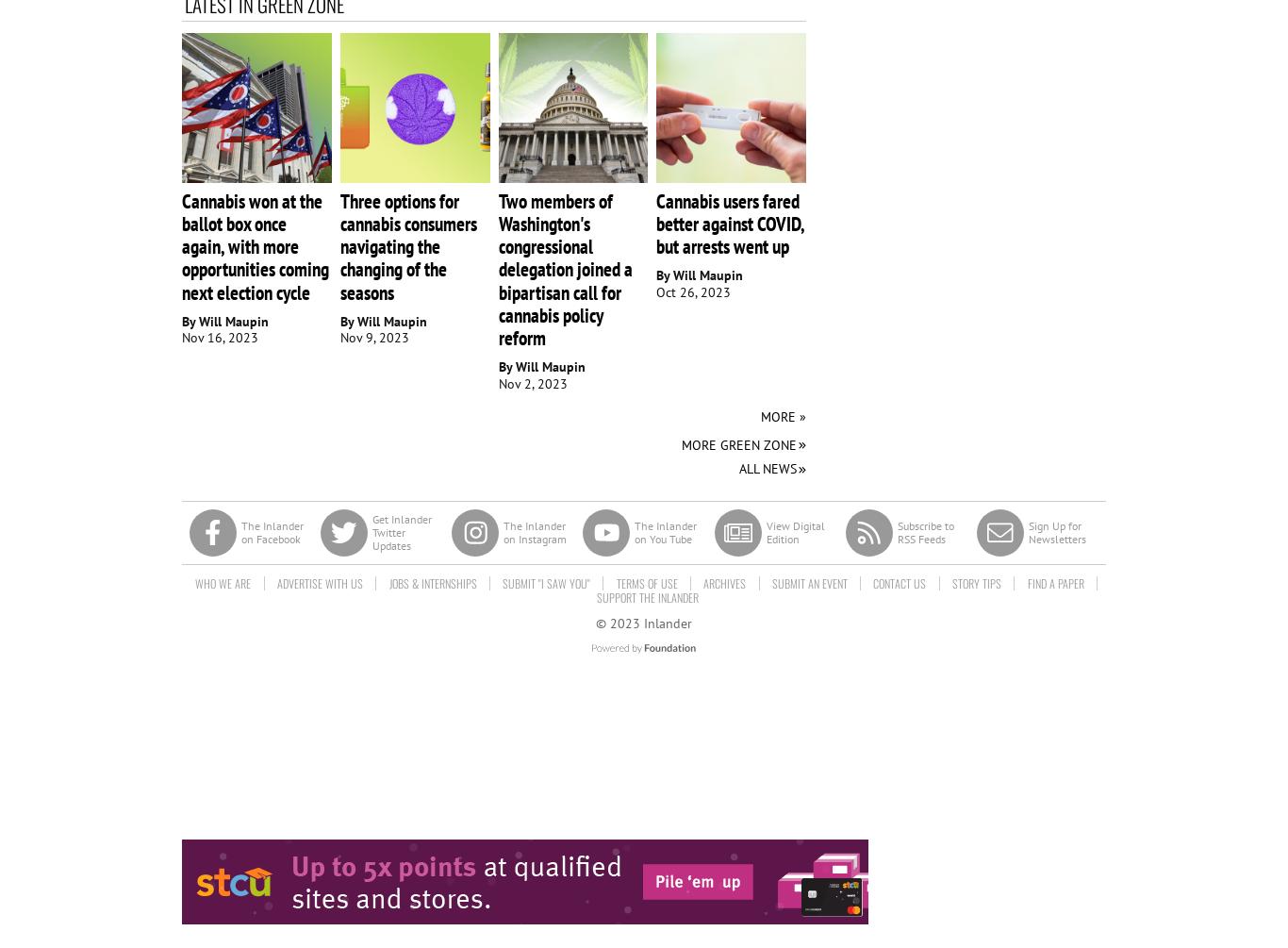  I want to click on 'Who We Are', so click(193, 581).